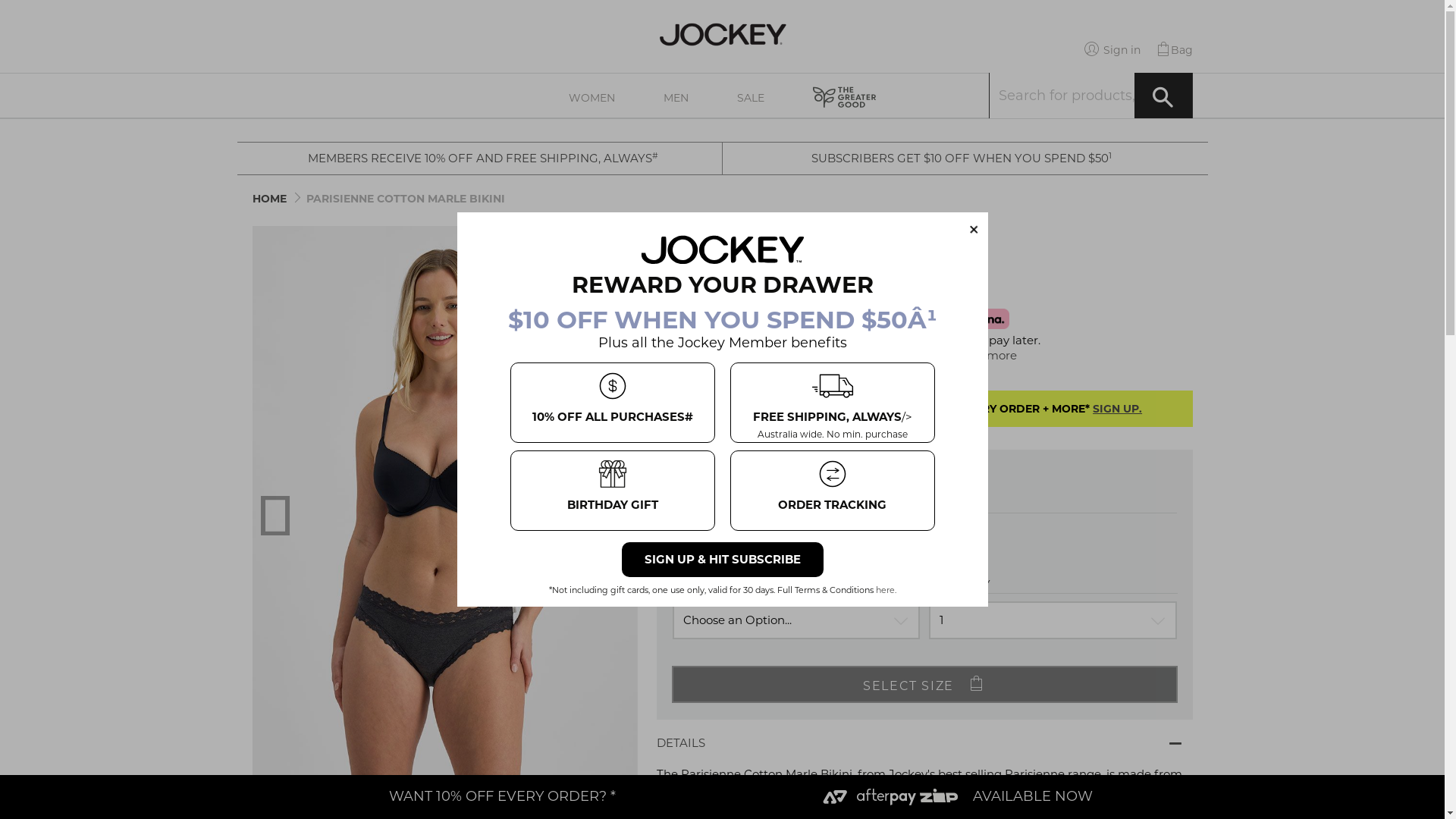 Image resolution: width=1456 pixels, height=819 pixels. I want to click on 'SIGN UP & HIT SUBSCRIBE', so click(722, 559).